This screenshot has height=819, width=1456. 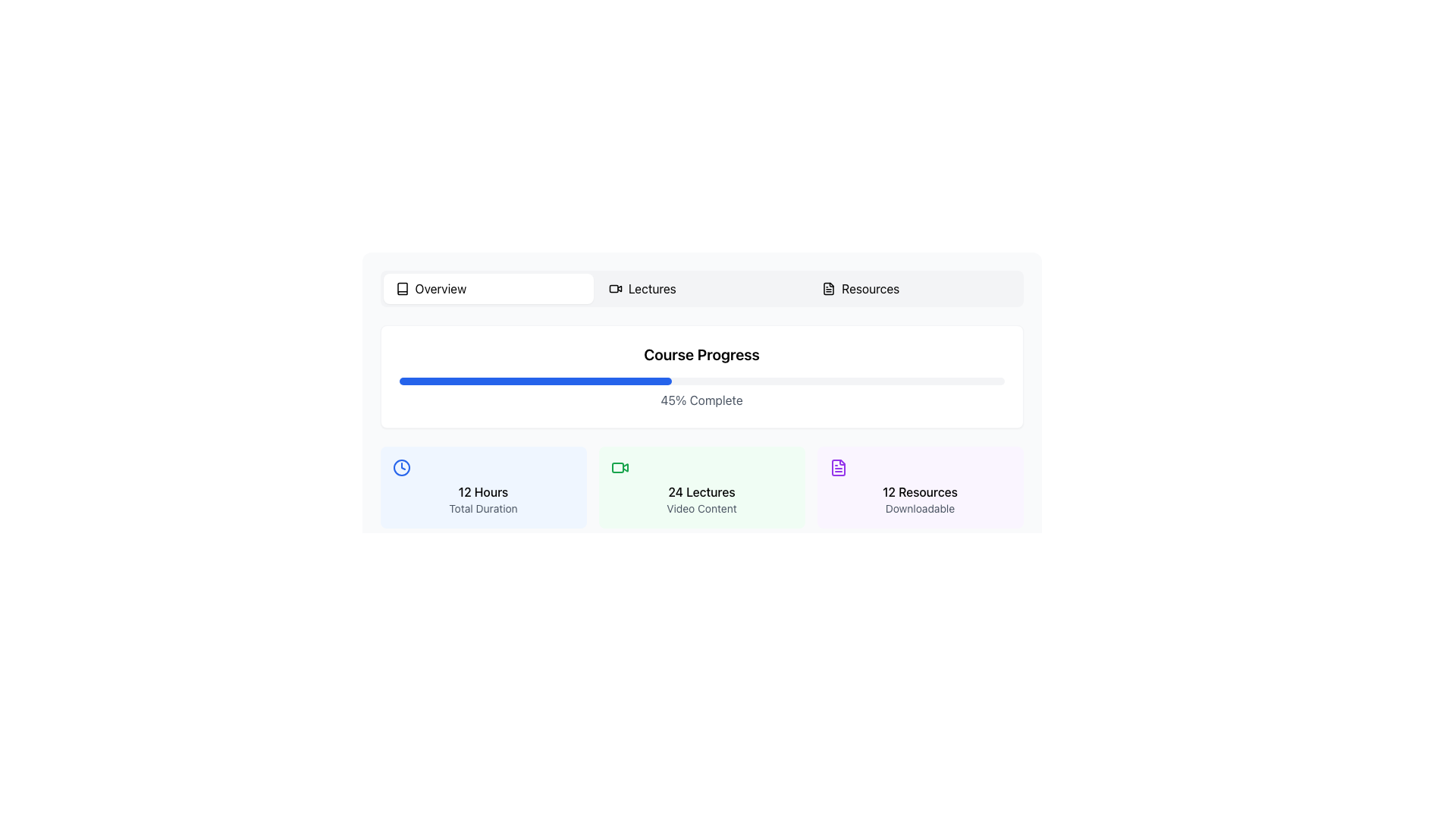 What do you see at coordinates (620, 467) in the screenshot?
I see `the green video icon with rounded corners located above the '24 Lectures' title and 'Video Content' subtitle within the green-shaded rectangular card` at bounding box center [620, 467].